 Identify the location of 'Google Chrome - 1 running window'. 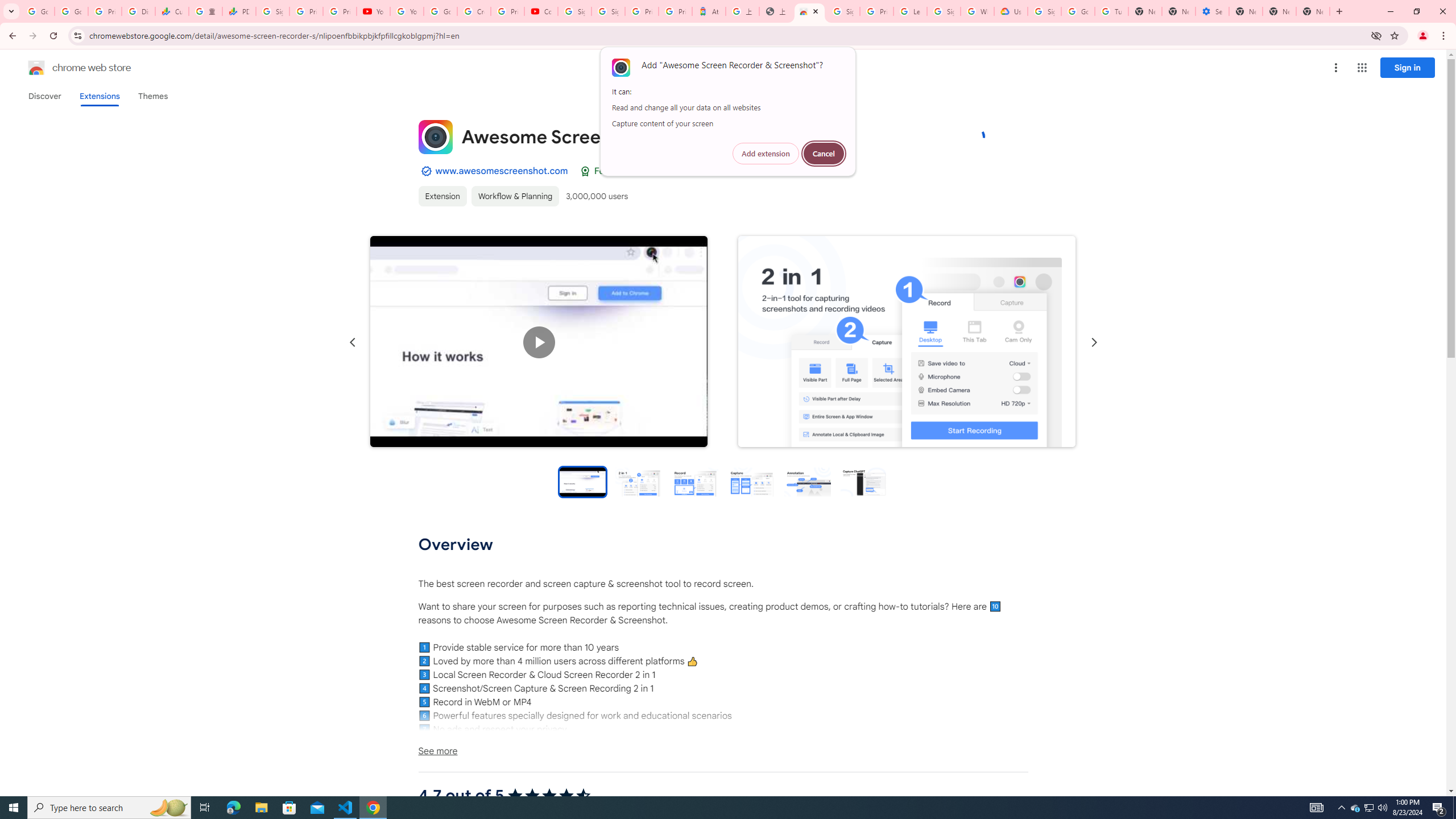
(373, 806).